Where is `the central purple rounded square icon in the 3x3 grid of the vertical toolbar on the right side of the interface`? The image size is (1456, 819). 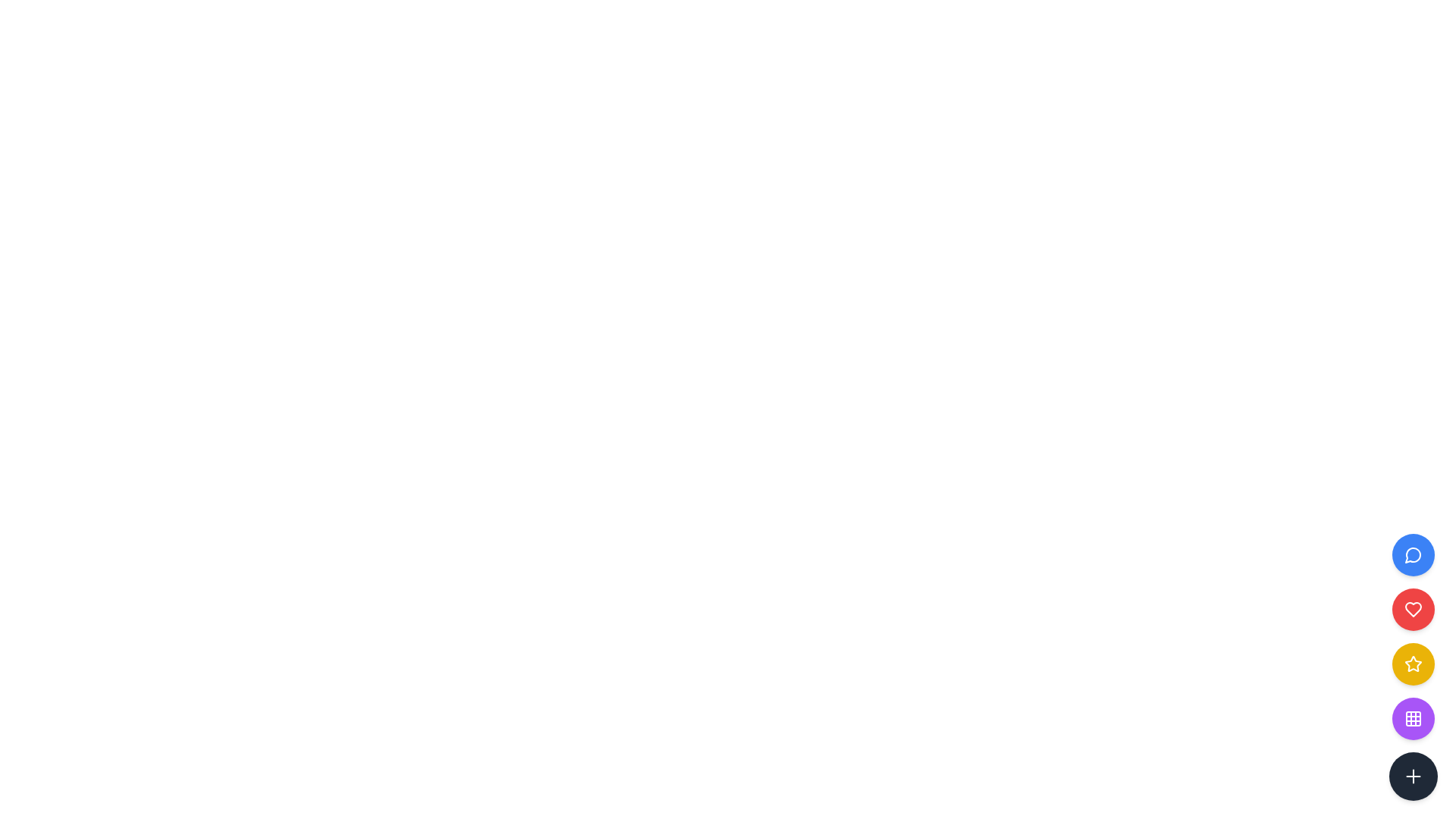 the central purple rounded square icon in the 3x3 grid of the vertical toolbar on the right side of the interface is located at coordinates (1412, 718).